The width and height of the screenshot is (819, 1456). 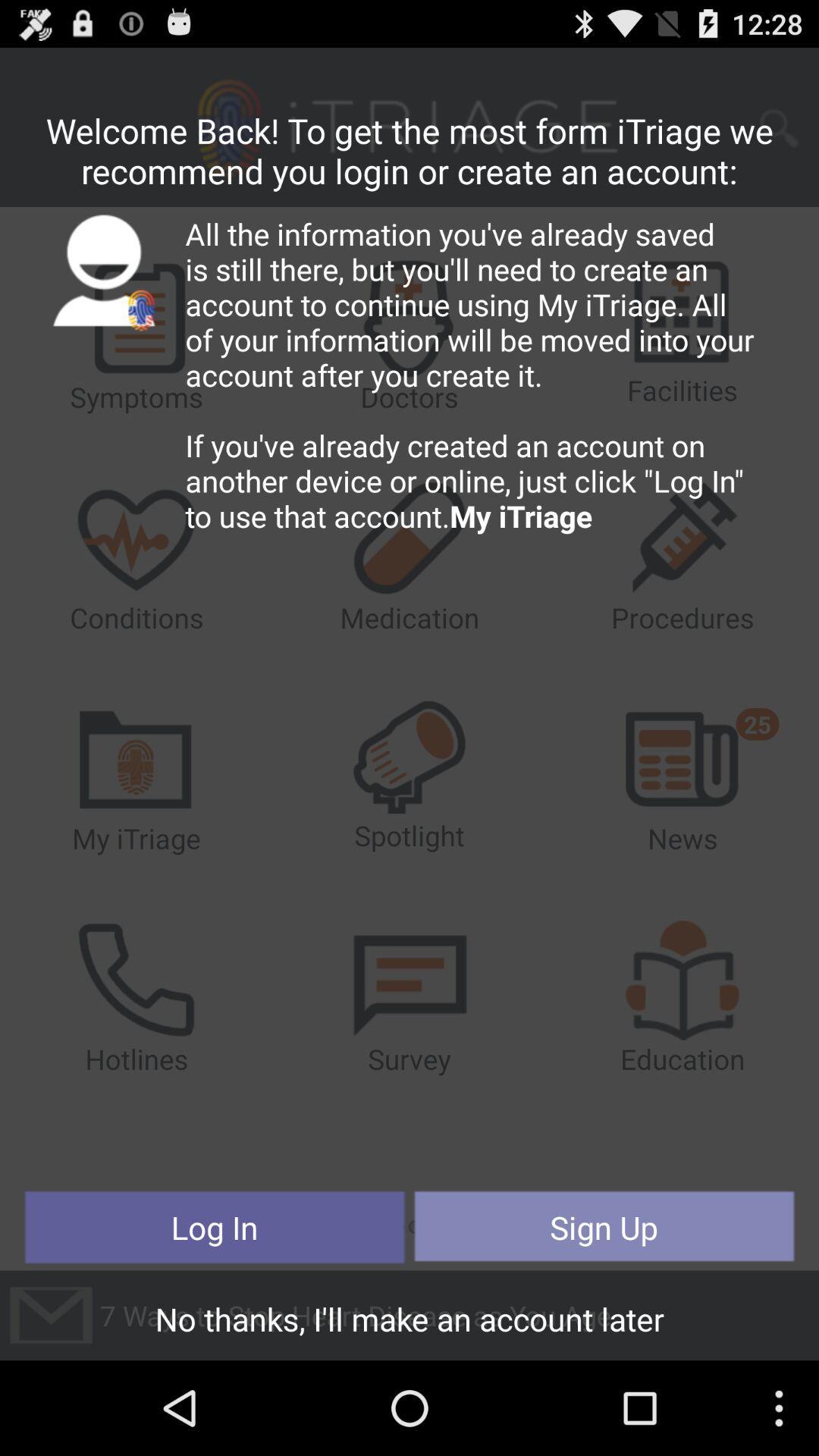 What do you see at coordinates (215, 1227) in the screenshot?
I see `the button at the bottom left corner` at bounding box center [215, 1227].